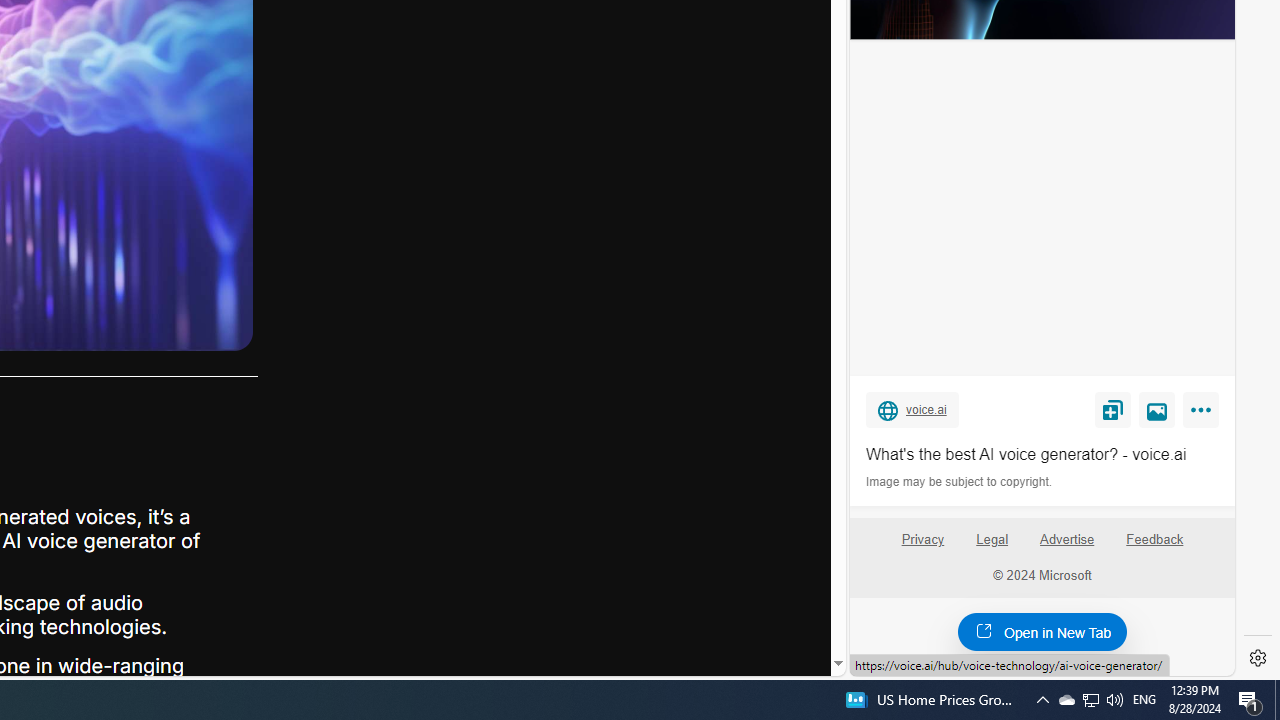 The image size is (1280, 720). I want to click on 'Save', so click(1111, 408).